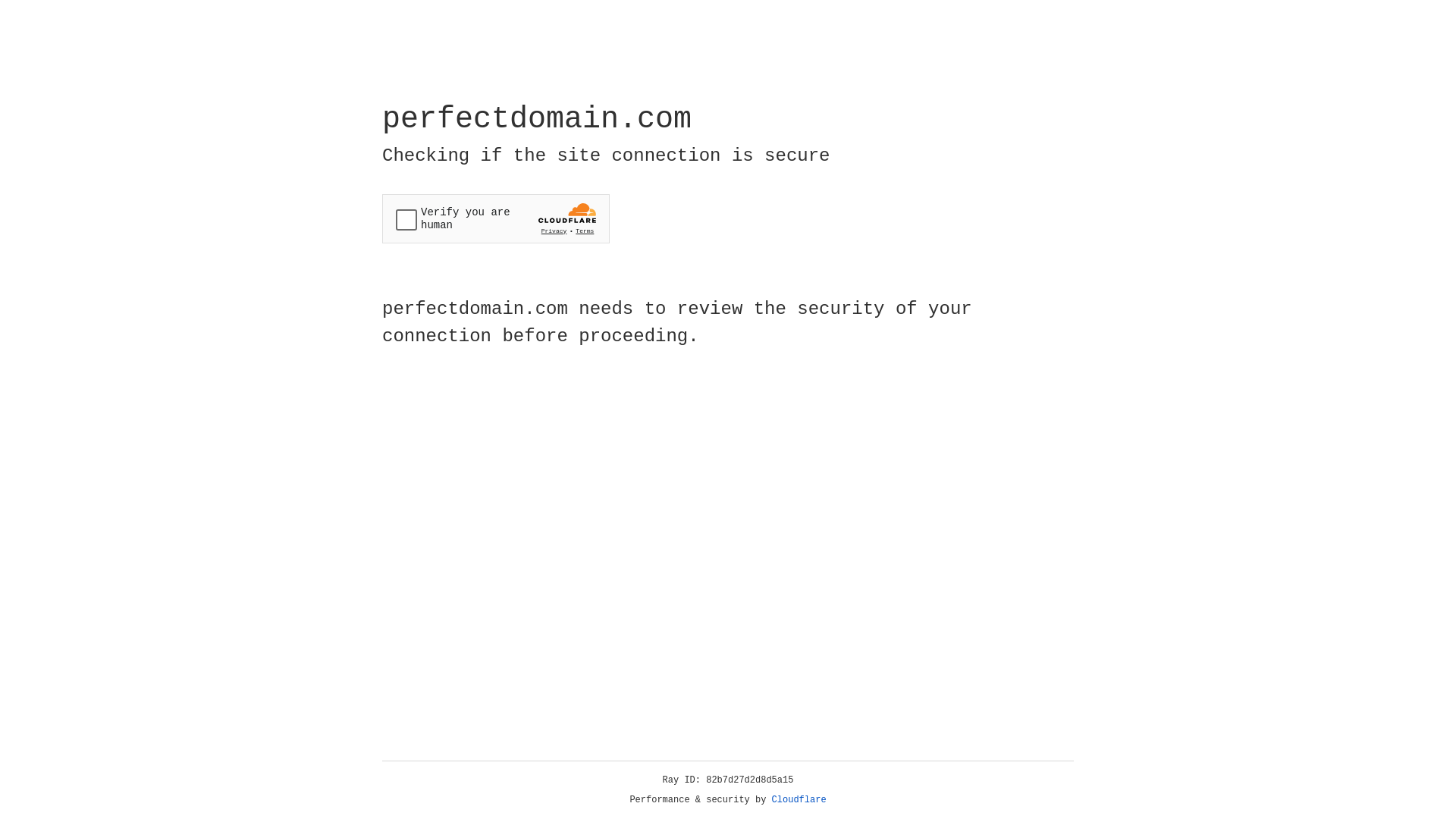 This screenshot has height=819, width=1456. Describe the element at coordinates (495, 218) in the screenshot. I see `'Widget containing a Cloudflare security challenge'` at that location.